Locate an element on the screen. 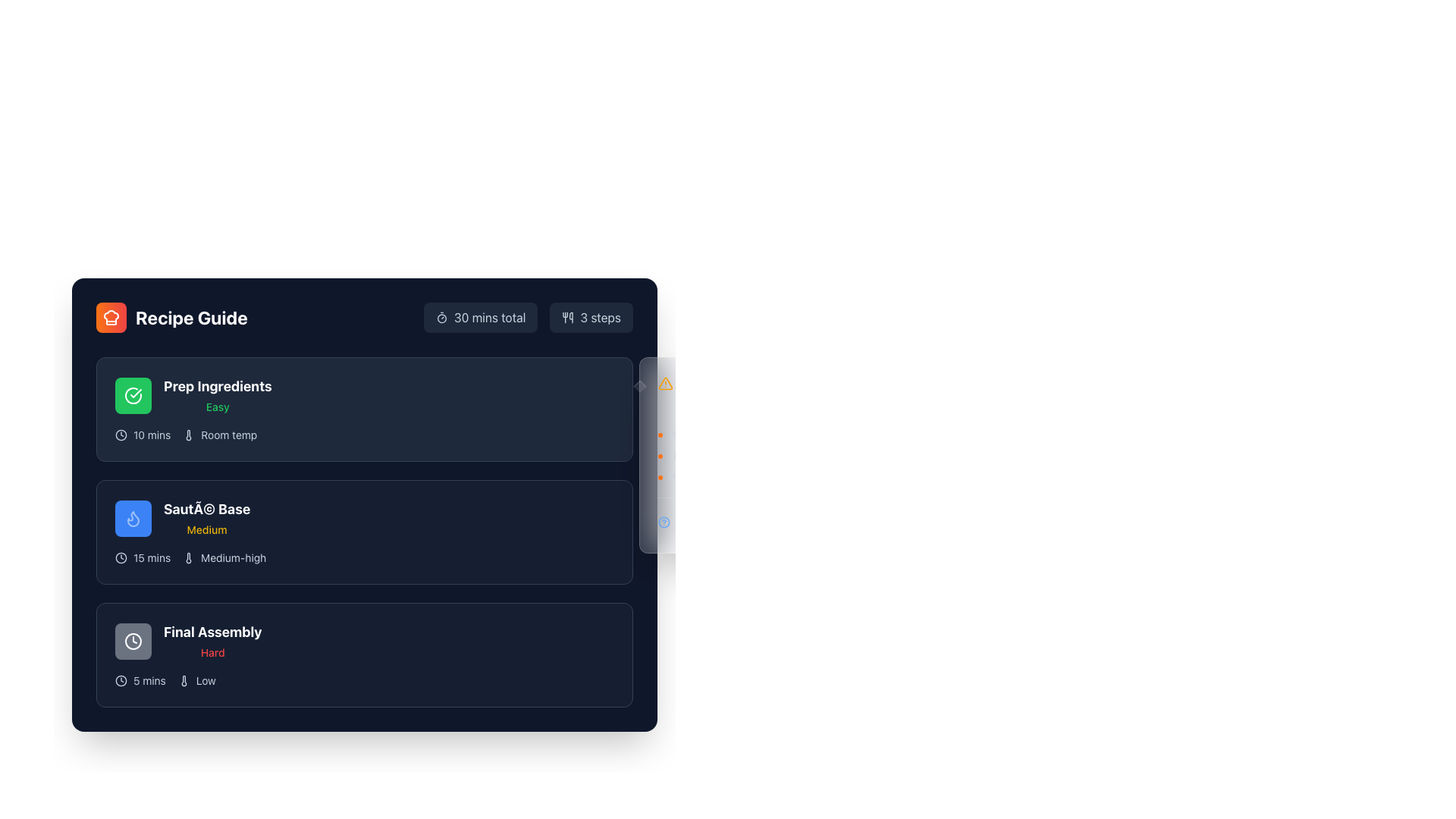  the text label displaying '5 mins' located in the 'Final Assembly' section, aligned with a clock icon is located at coordinates (149, 680).